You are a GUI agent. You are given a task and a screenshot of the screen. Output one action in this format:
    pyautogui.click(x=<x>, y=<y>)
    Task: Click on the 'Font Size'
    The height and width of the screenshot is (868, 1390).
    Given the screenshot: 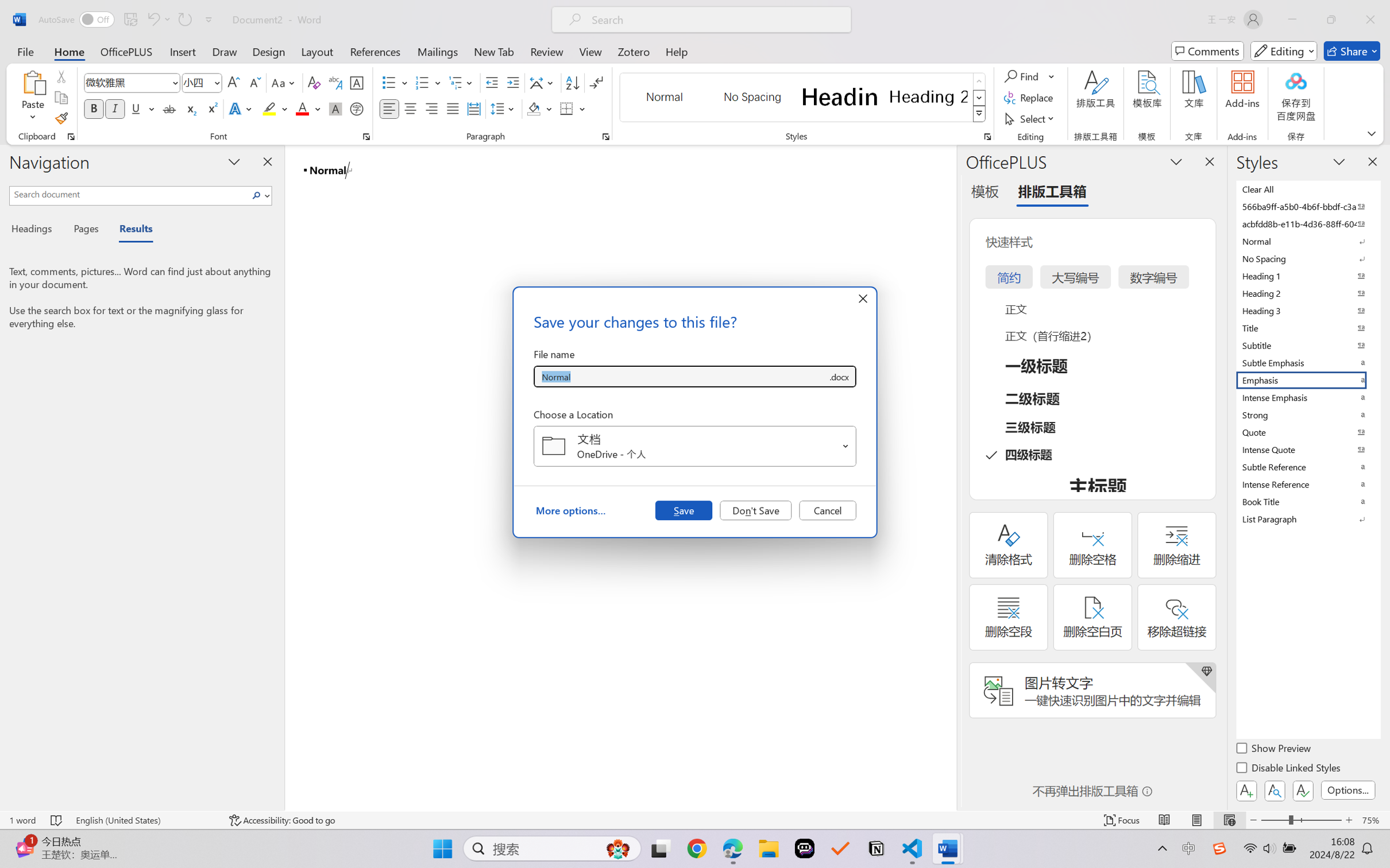 What is the action you would take?
    pyautogui.click(x=202, y=83)
    